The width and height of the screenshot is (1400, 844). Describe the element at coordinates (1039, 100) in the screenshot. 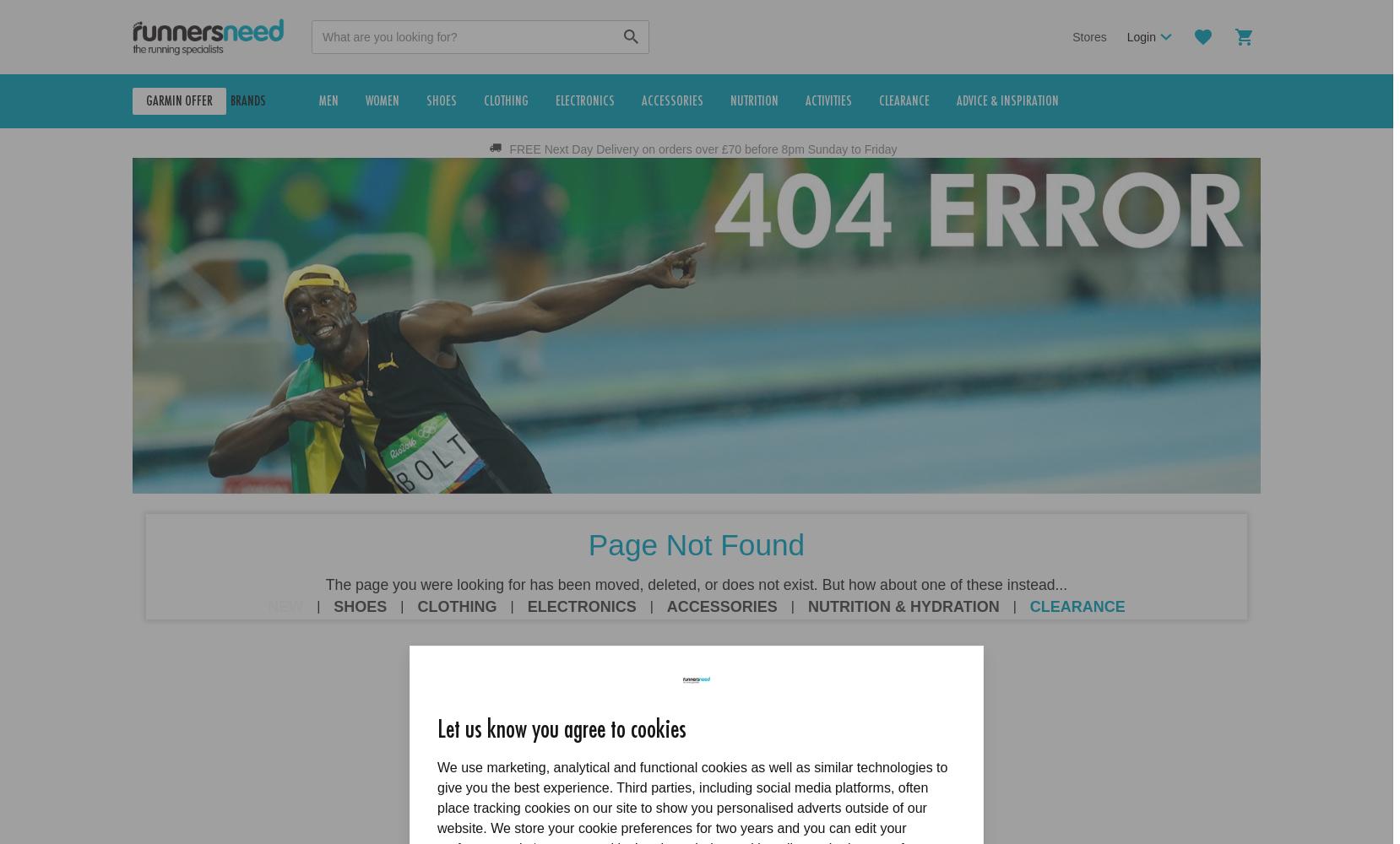

I see `'ADVICE & INSPIRATION'` at that location.